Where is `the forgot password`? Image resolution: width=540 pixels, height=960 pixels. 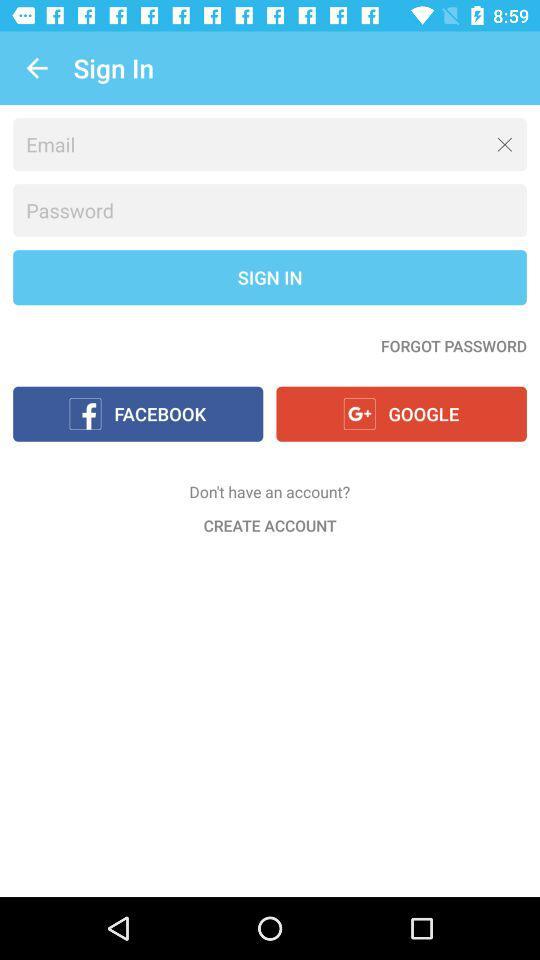
the forgot password is located at coordinates (453, 345).